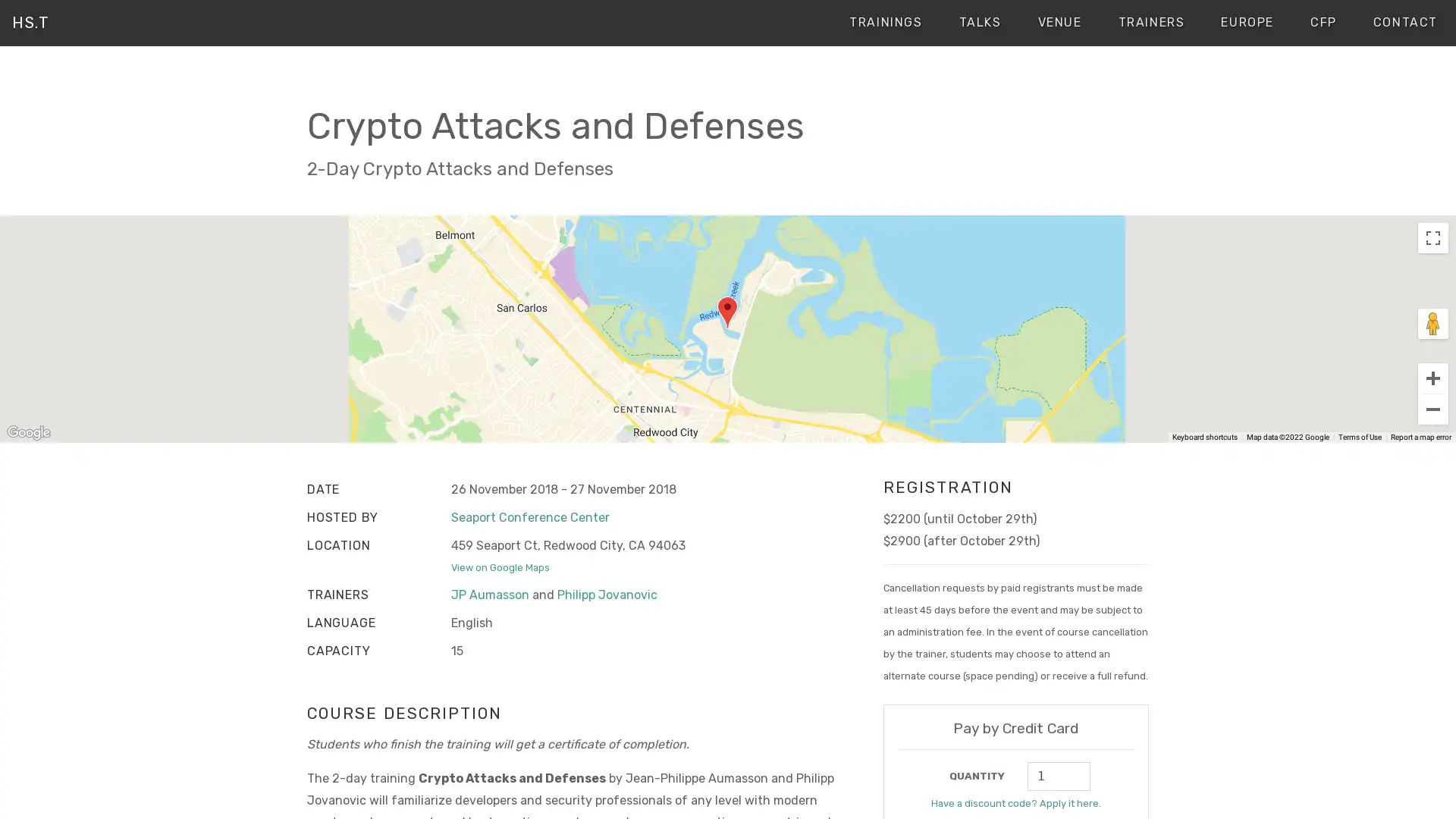 This screenshot has width=1456, height=819. What do you see at coordinates (1432, 408) in the screenshot?
I see `Zoom out` at bounding box center [1432, 408].